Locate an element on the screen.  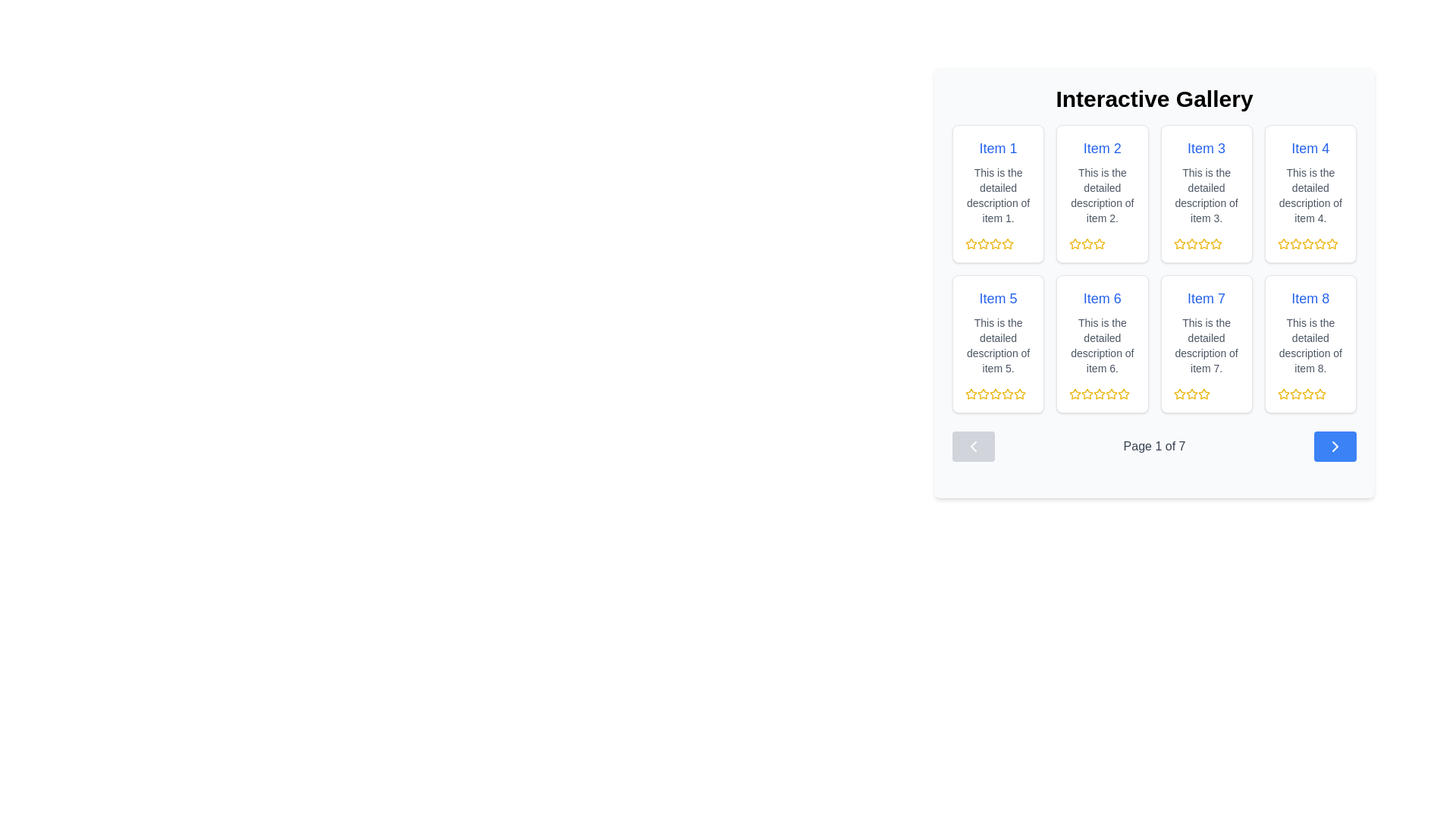
the fifth star SVG icon used for rating 'Item 8' in the Interactive Gallery section is located at coordinates (1307, 393).